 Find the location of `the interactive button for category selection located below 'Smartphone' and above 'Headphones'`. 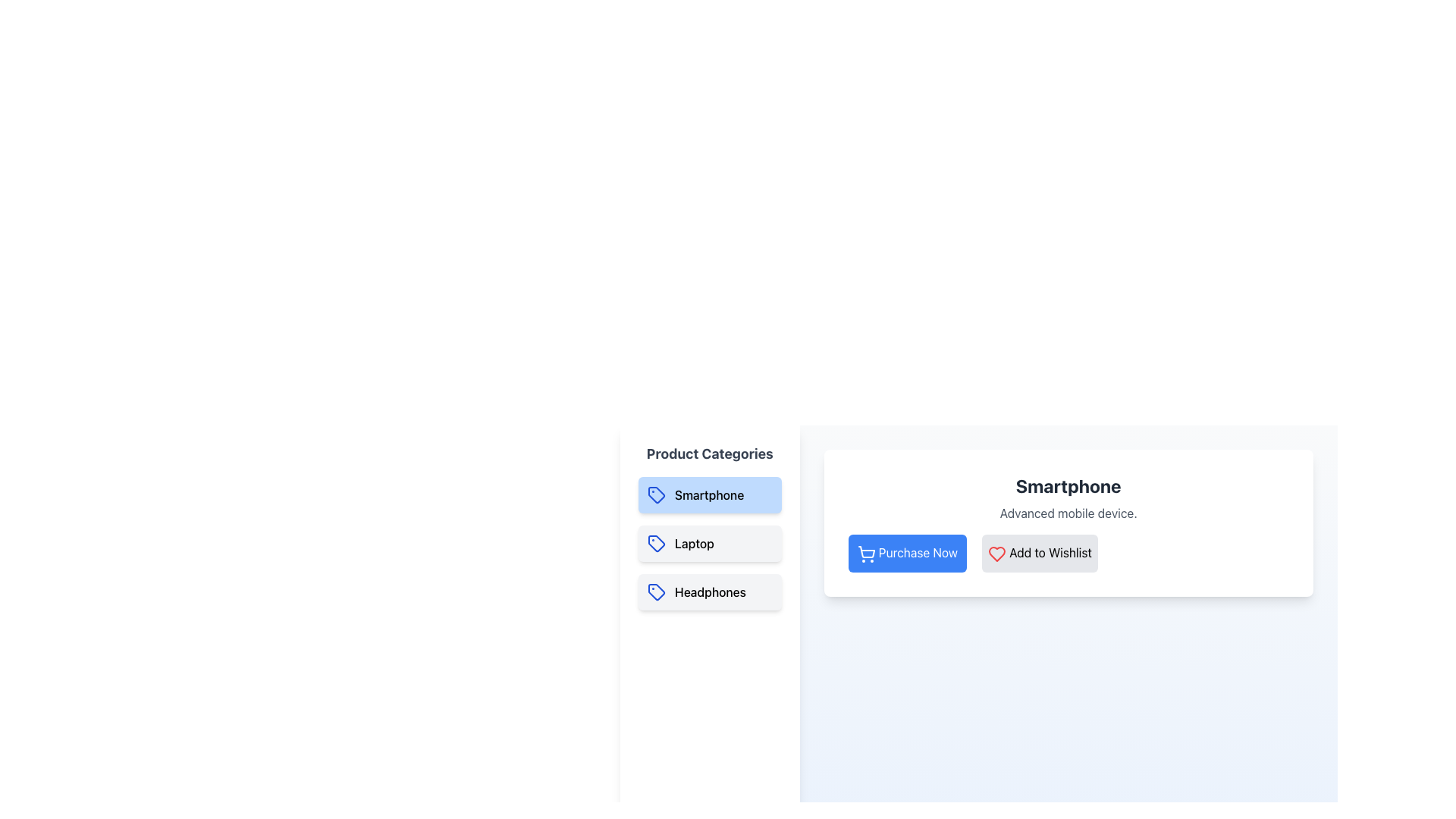

the interactive button for category selection located below 'Smartphone' and above 'Headphones' is located at coordinates (709, 543).